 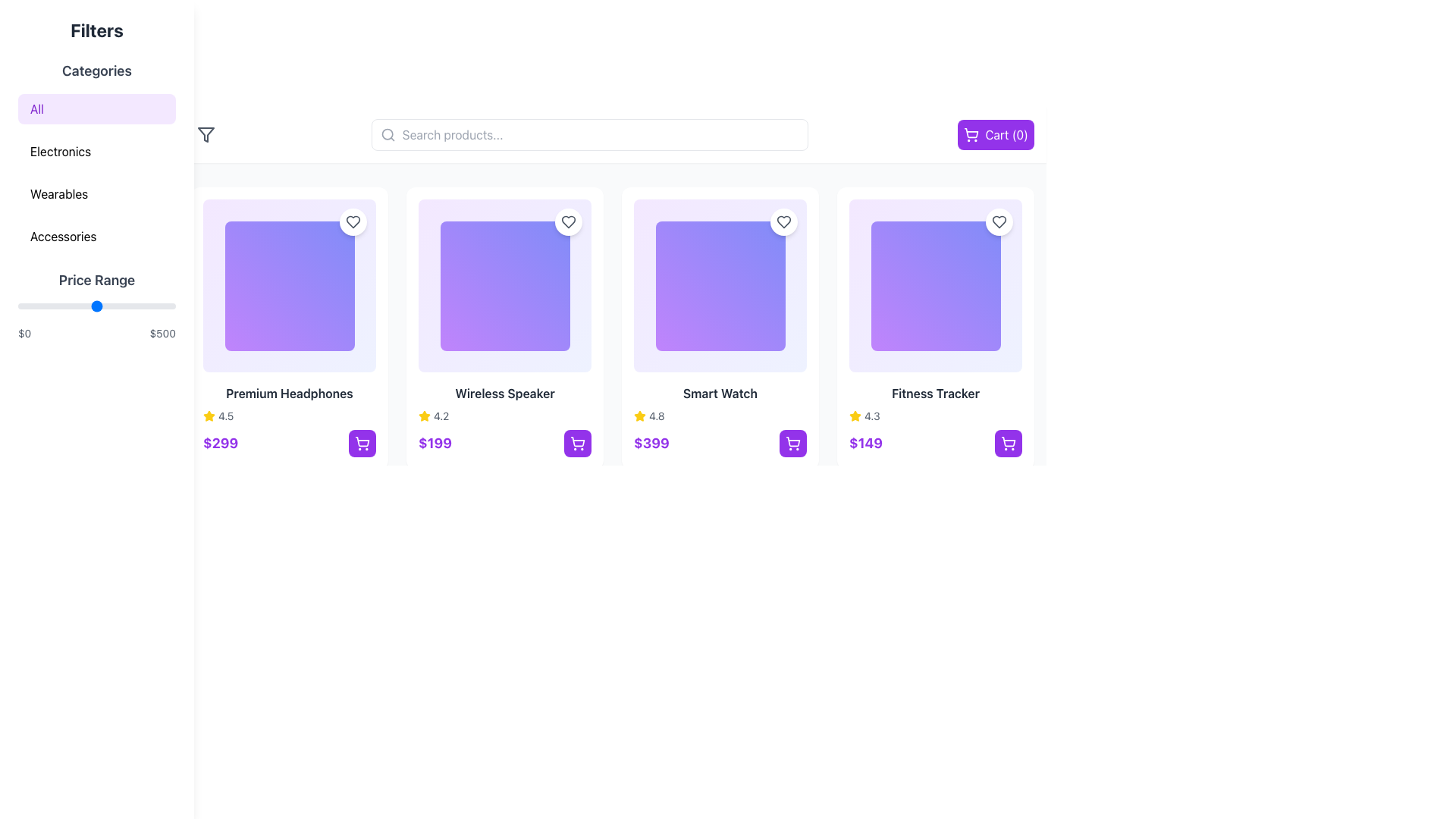 I want to click on the purple button with rounded edges and a white cart icon at its center, so click(x=1008, y=444).